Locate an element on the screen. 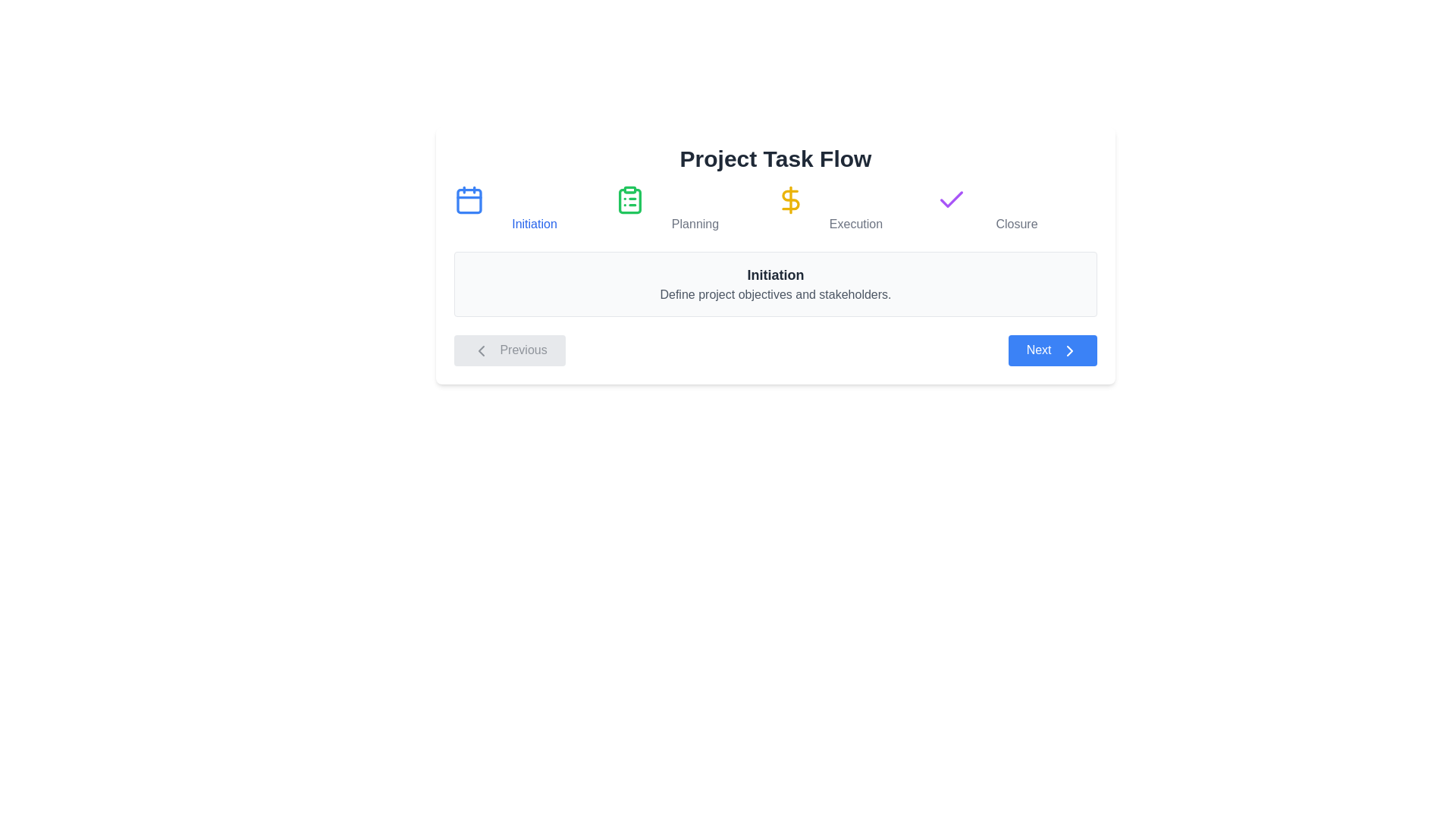 The image size is (1456, 819). the 'Closure' text label that is displayed in gray color, located on the rightmost side of the project phases row, directly to the right of the 'Execution' label is located at coordinates (1016, 224).